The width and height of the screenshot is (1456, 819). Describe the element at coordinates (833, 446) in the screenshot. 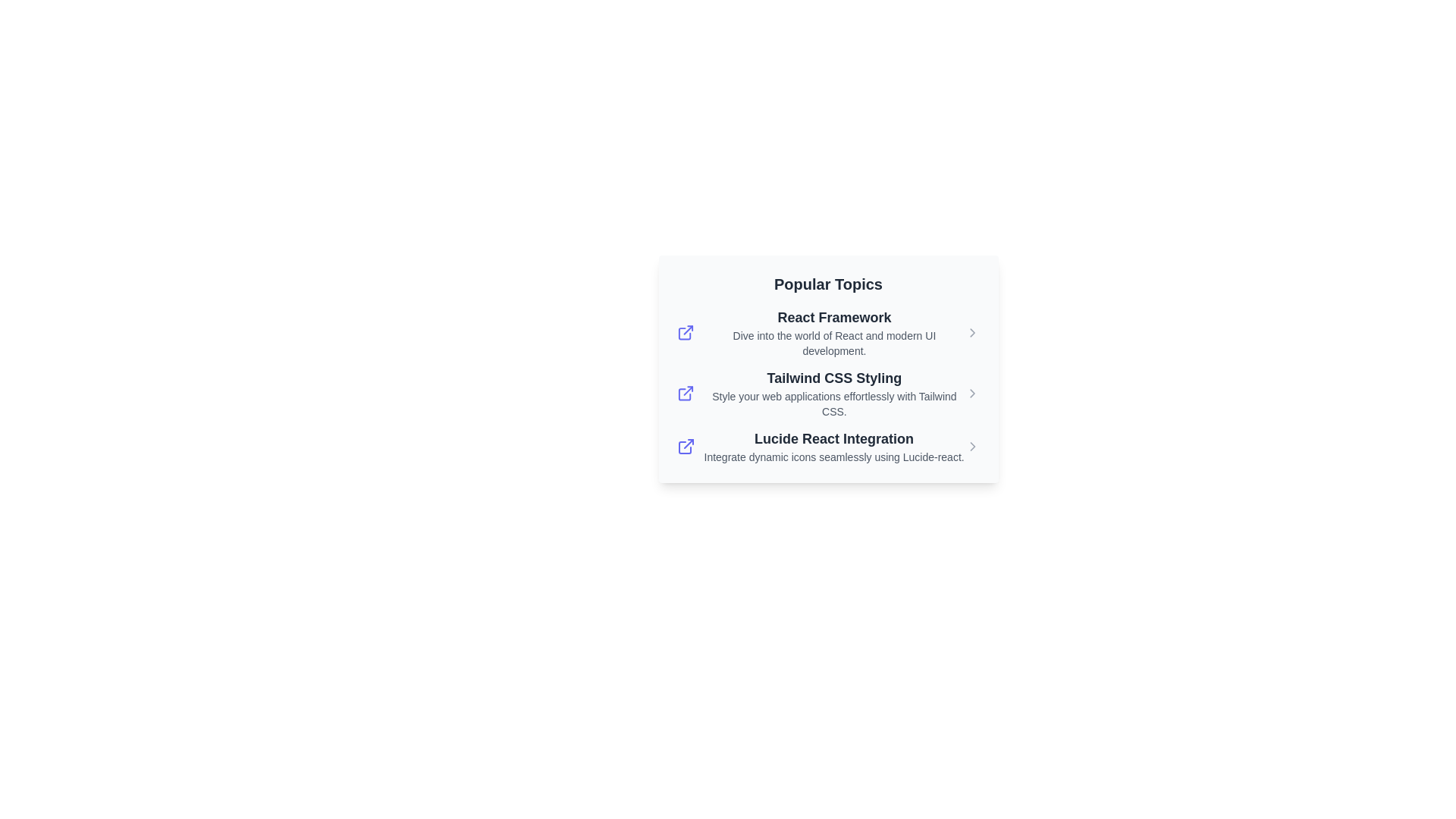

I see `the third item in the 'Popular Topics' list that provides information about the integration with Lucide React` at that location.